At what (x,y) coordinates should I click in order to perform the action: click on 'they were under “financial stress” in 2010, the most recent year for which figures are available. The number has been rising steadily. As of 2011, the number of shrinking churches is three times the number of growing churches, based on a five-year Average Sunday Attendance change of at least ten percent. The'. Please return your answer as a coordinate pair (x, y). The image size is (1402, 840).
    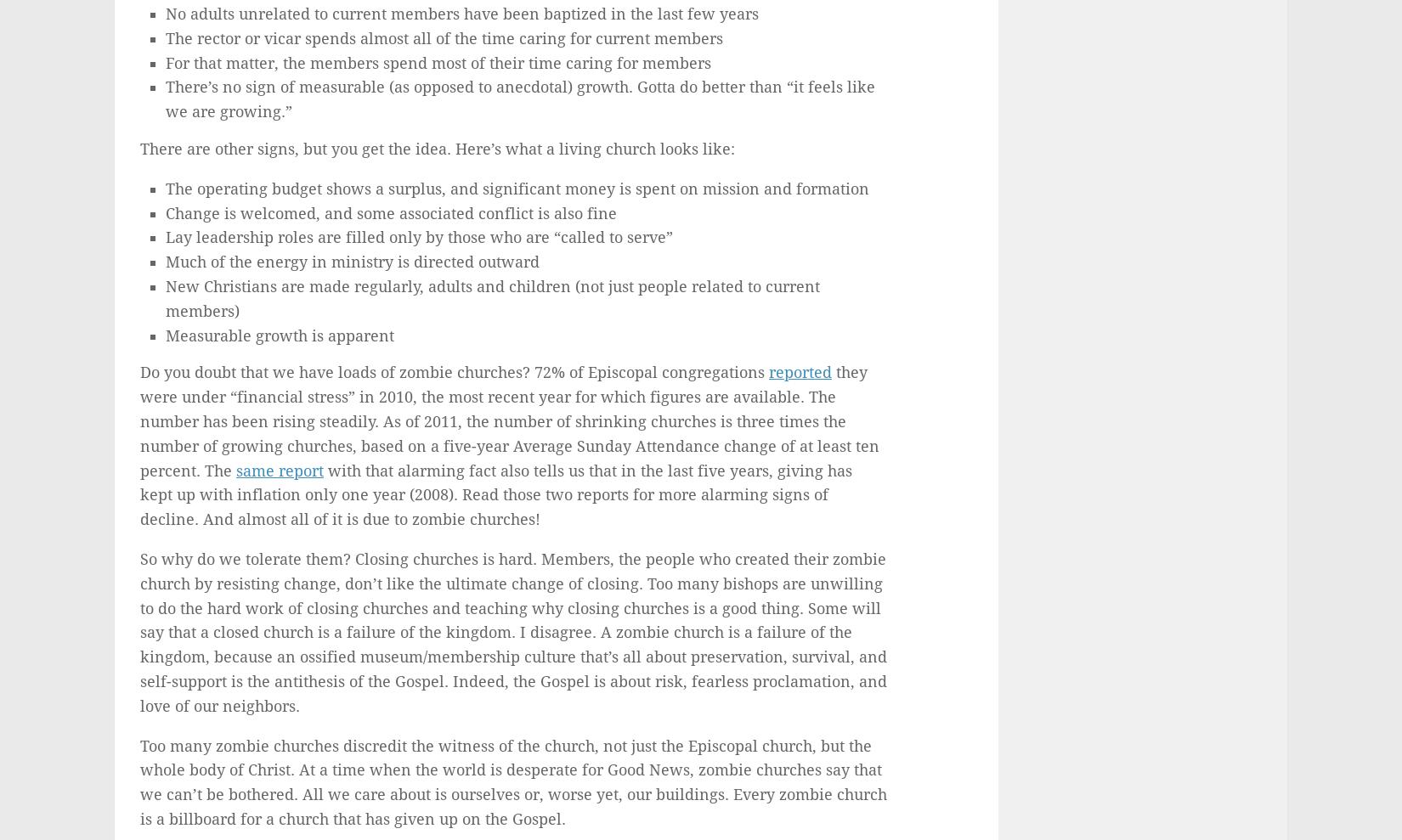
    Looking at the image, I should click on (508, 420).